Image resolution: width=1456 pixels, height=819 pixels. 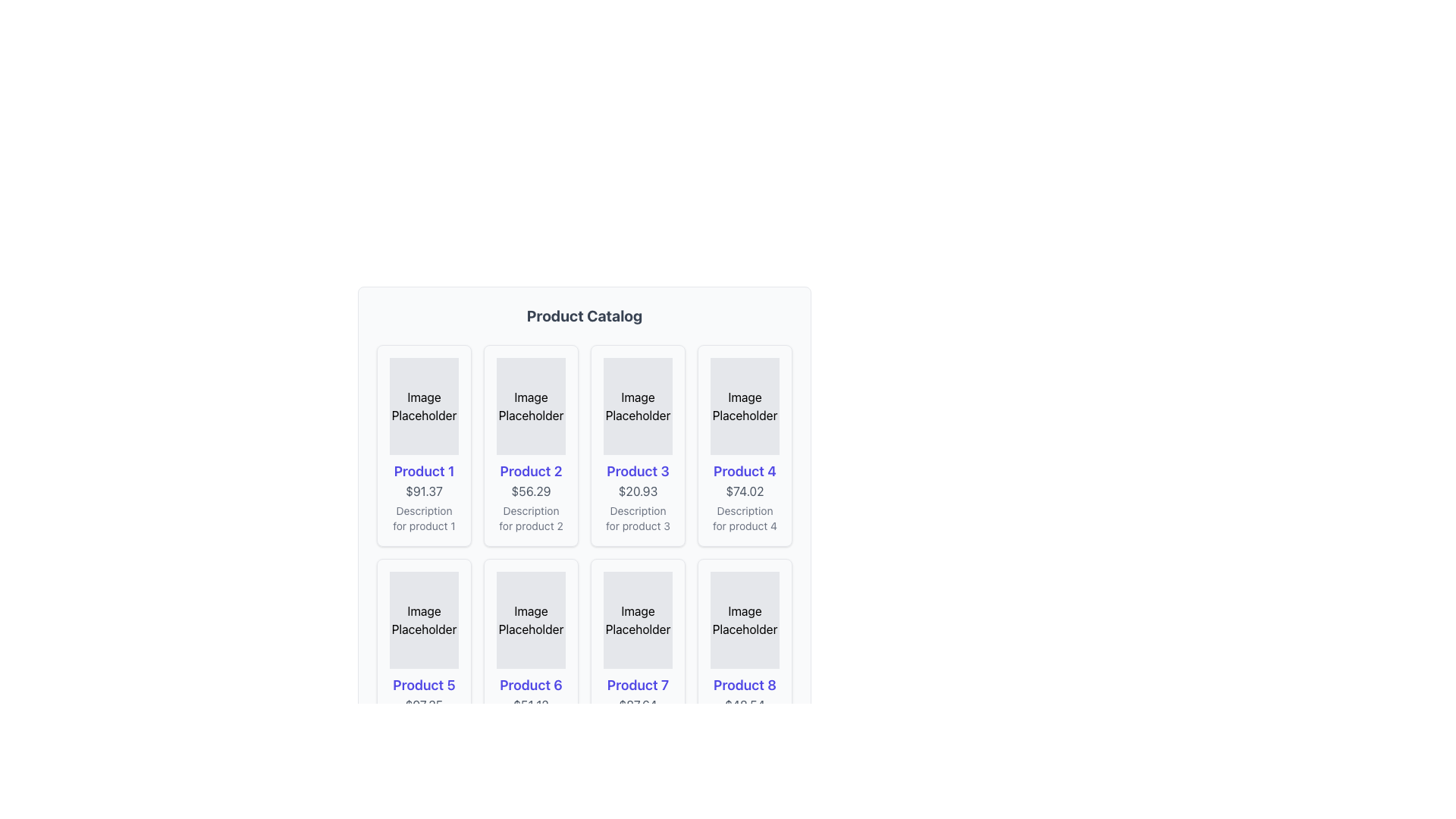 What do you see at coordinates (424, 444) in the screenshot?
I see `the product card located at the top-left position of the product catalog grid` at bounding box center [424, 444].